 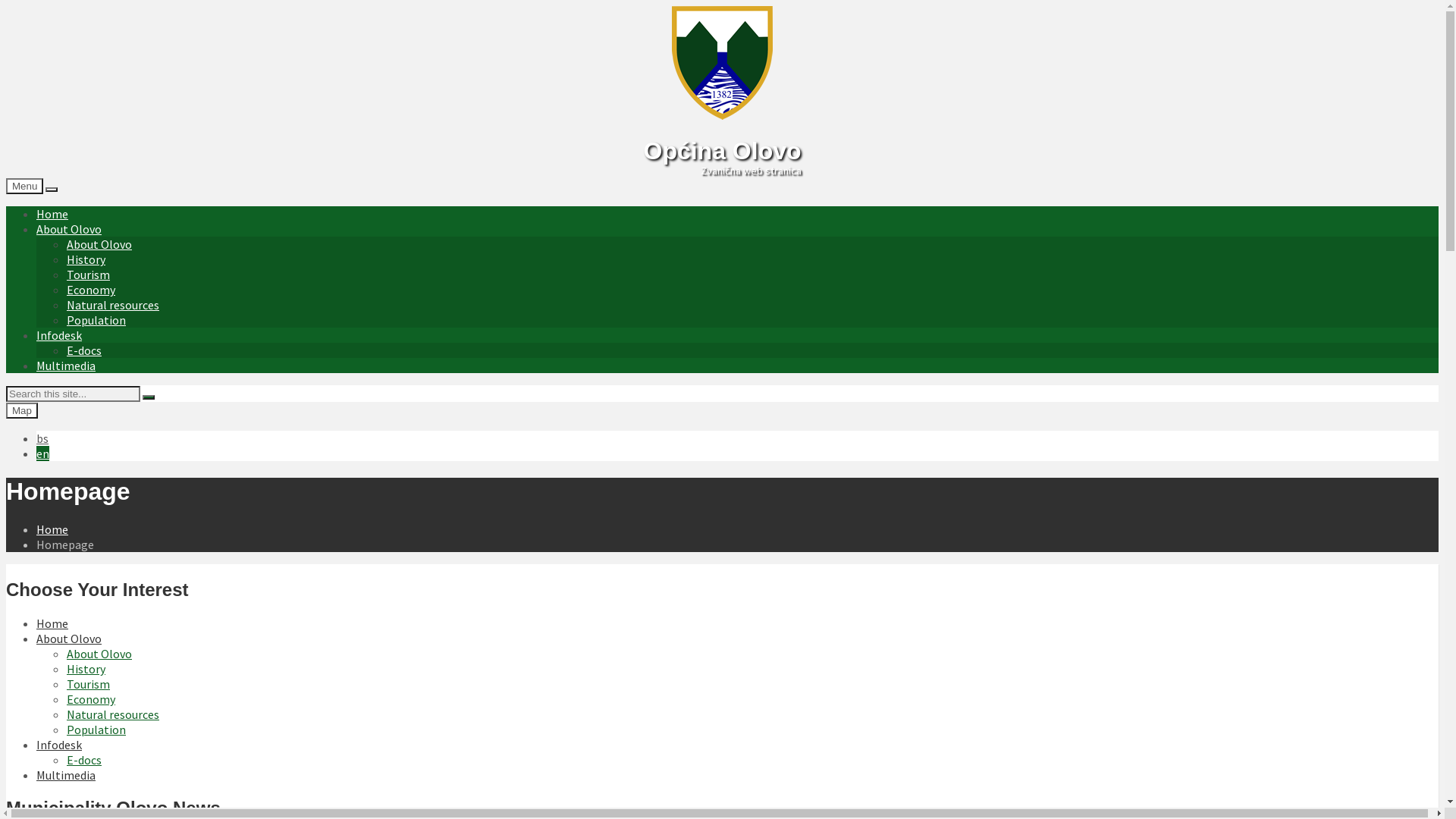 What do you see at coordinates (52, 213) in the screenshot?
I see `'Home'` at bounding box center [52, 213].